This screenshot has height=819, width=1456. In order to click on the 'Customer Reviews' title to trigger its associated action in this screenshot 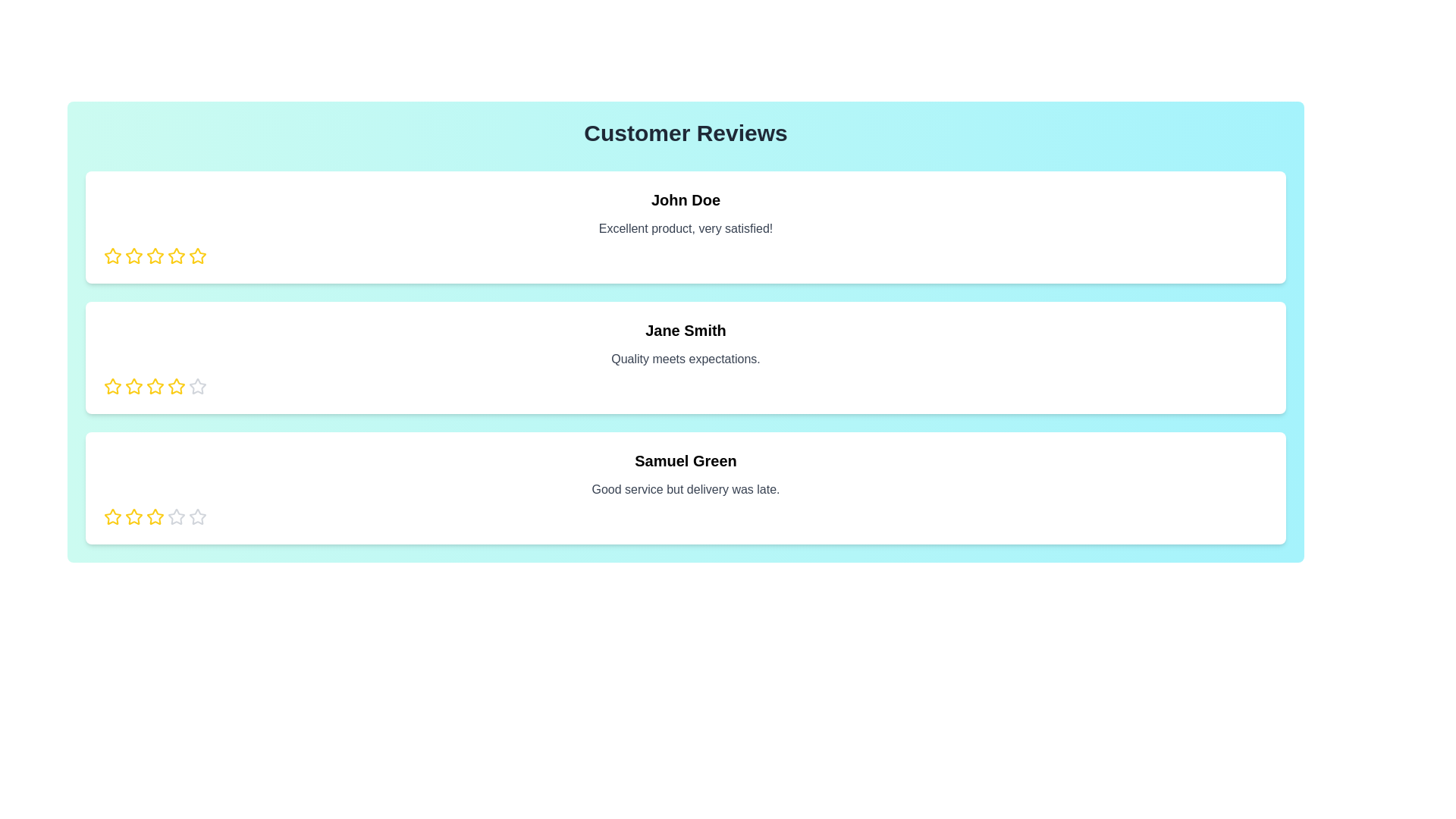, I will do `click(685, 133)`.